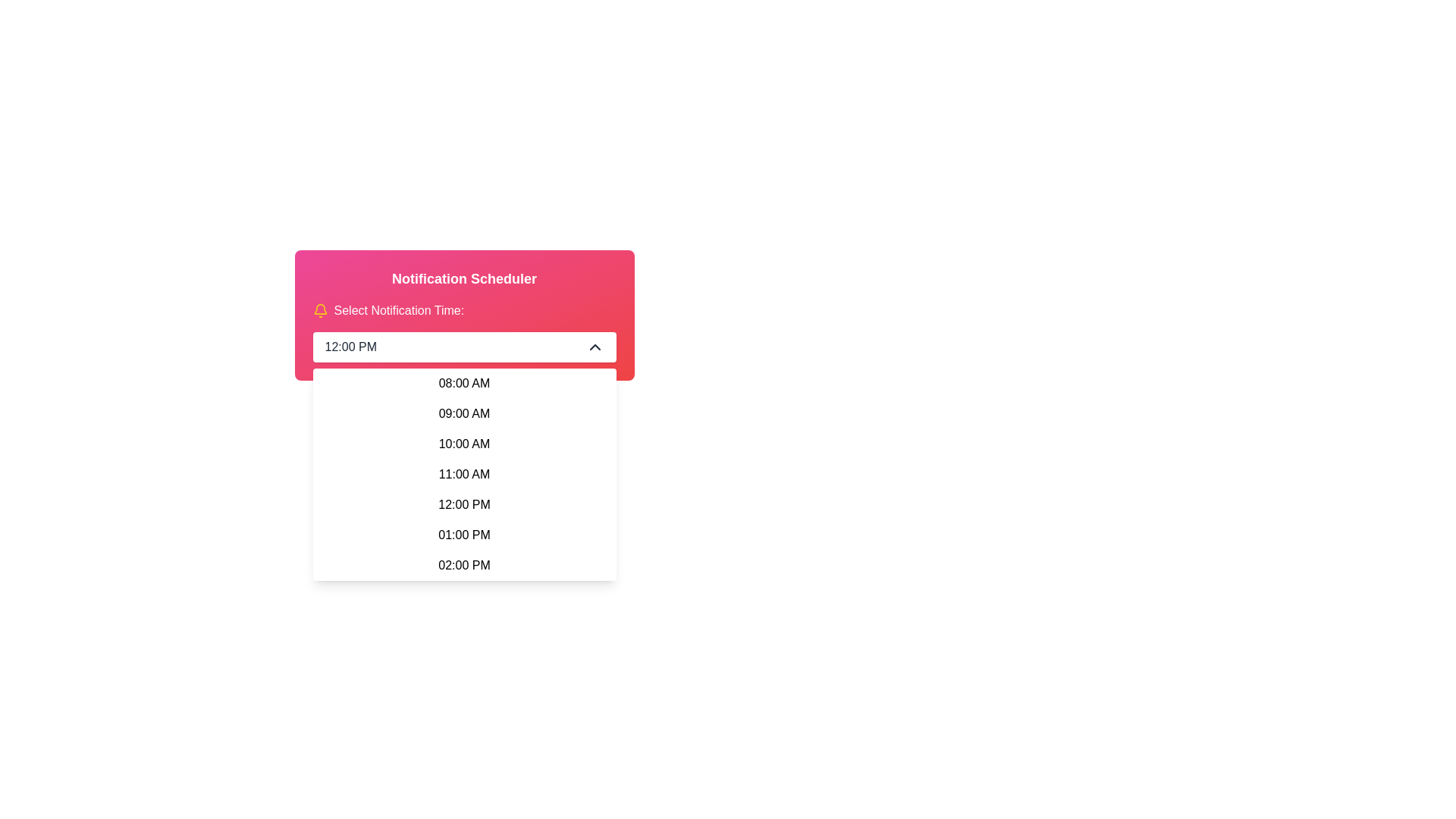 This screenshot has height=819, width=1456. What do you see at coordinates (463, 473) in the screenshot?
I see `the fourth option in the dropdown menu` at bounding box center [463, 473].